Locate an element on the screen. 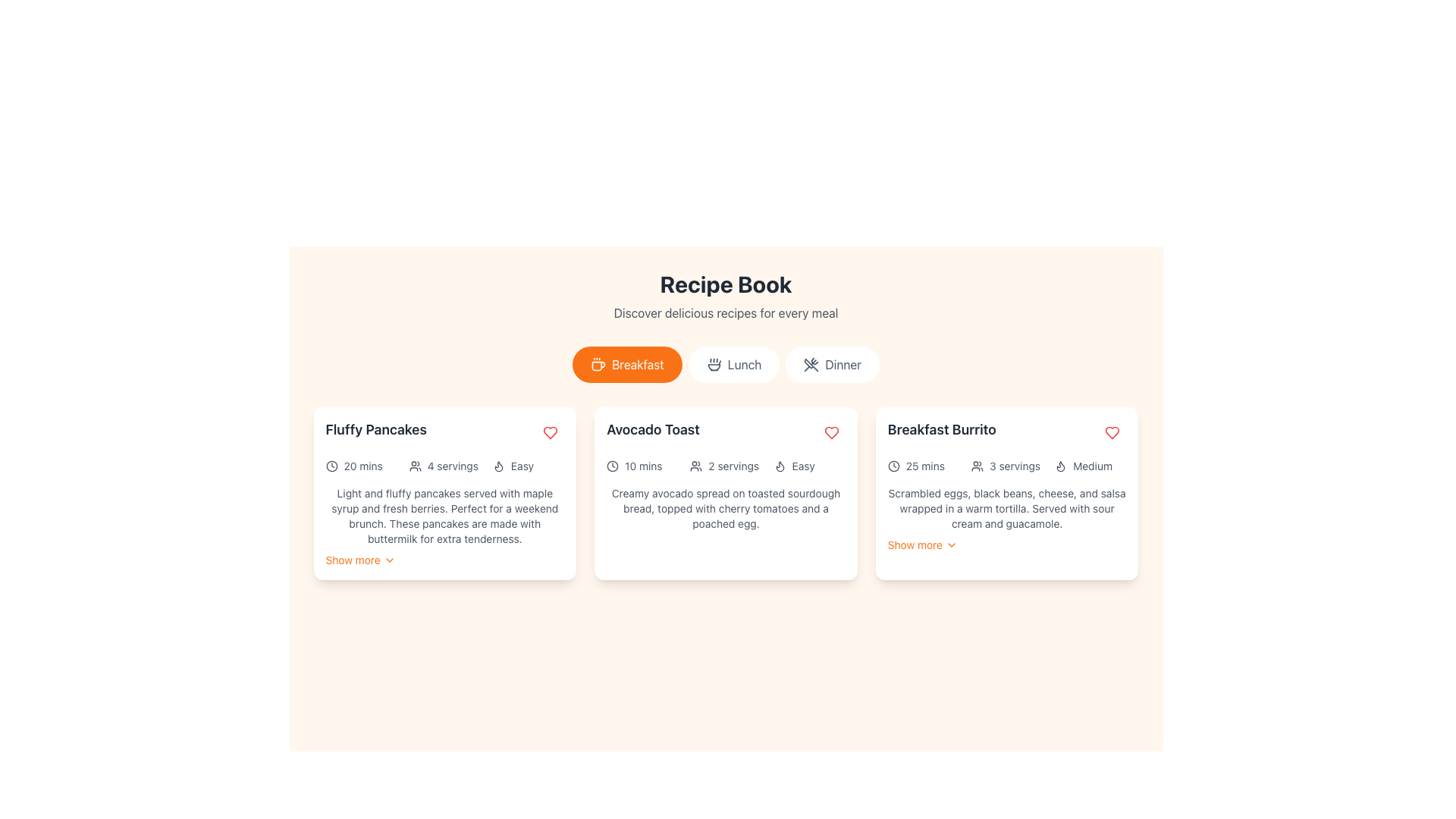 The image size is (1456, 819). time icon located in the top-left section of the 'Avocado Toast' card, which visually represents the concept of time and precedes the text '10 mins.' is located at coordinates (613, 465).